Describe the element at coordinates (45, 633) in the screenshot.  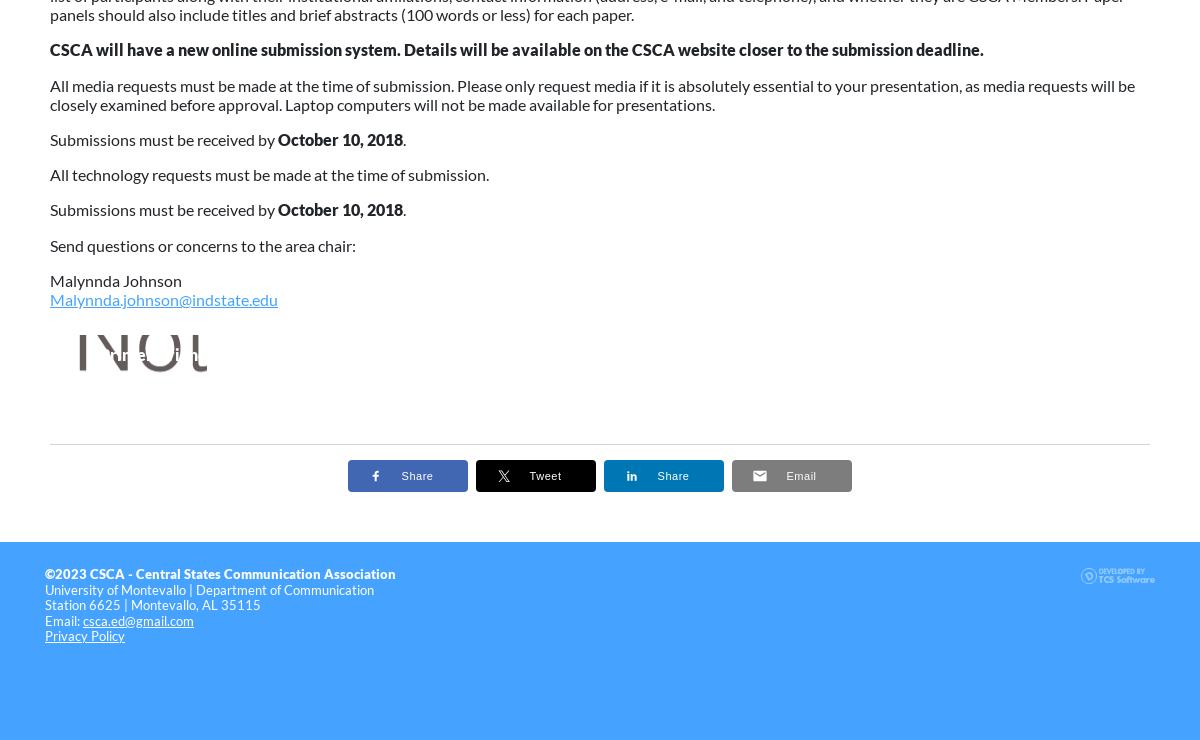
I see `'Privacy Policy'` at that location.